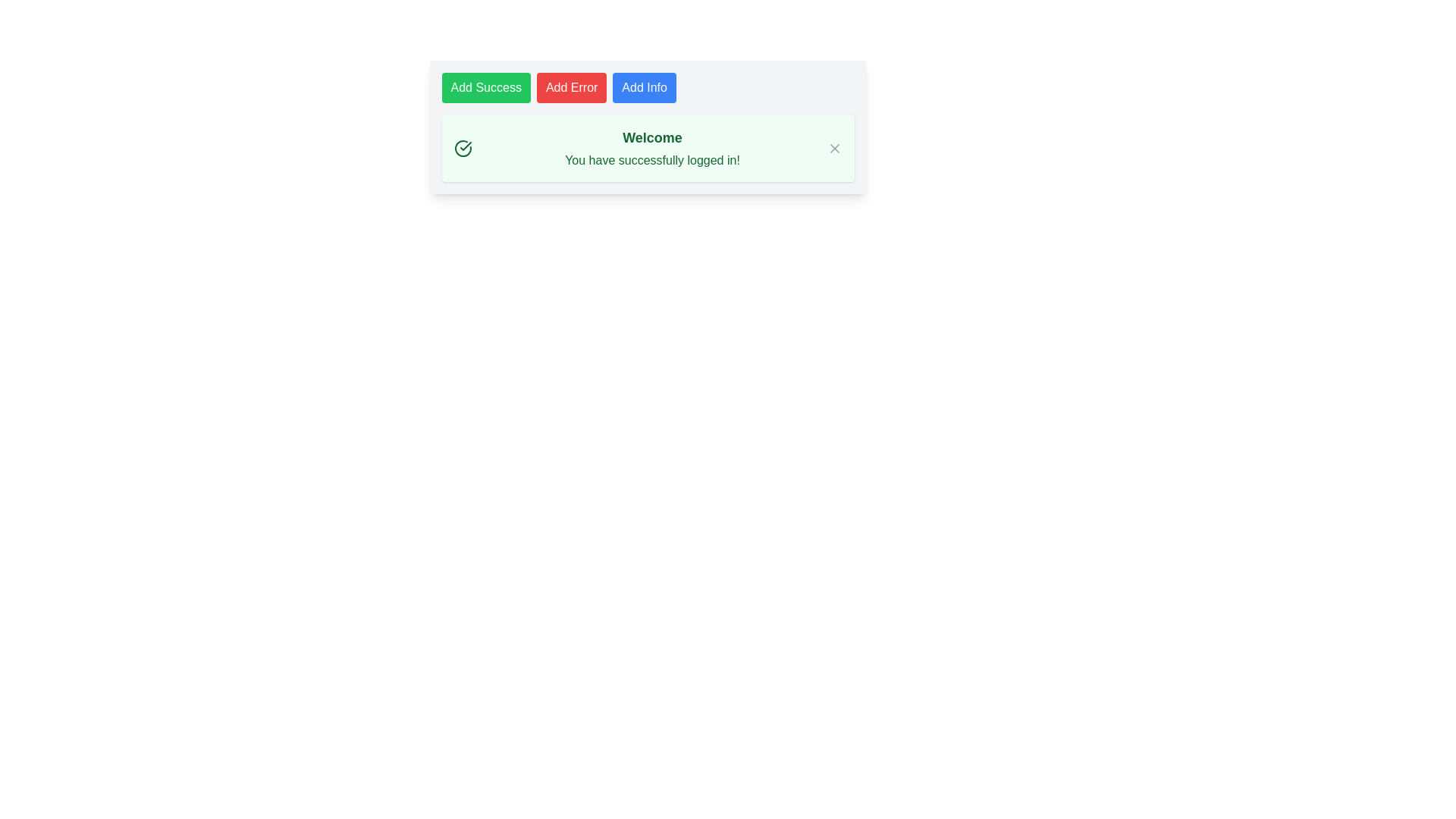  Describe the element at coordinates (652, 161) in the screenshot. I see `the text label displaying 'You have successfully logged in!' which is located within a light green message box, positioned below the bold 'Welcome' title` at that location.